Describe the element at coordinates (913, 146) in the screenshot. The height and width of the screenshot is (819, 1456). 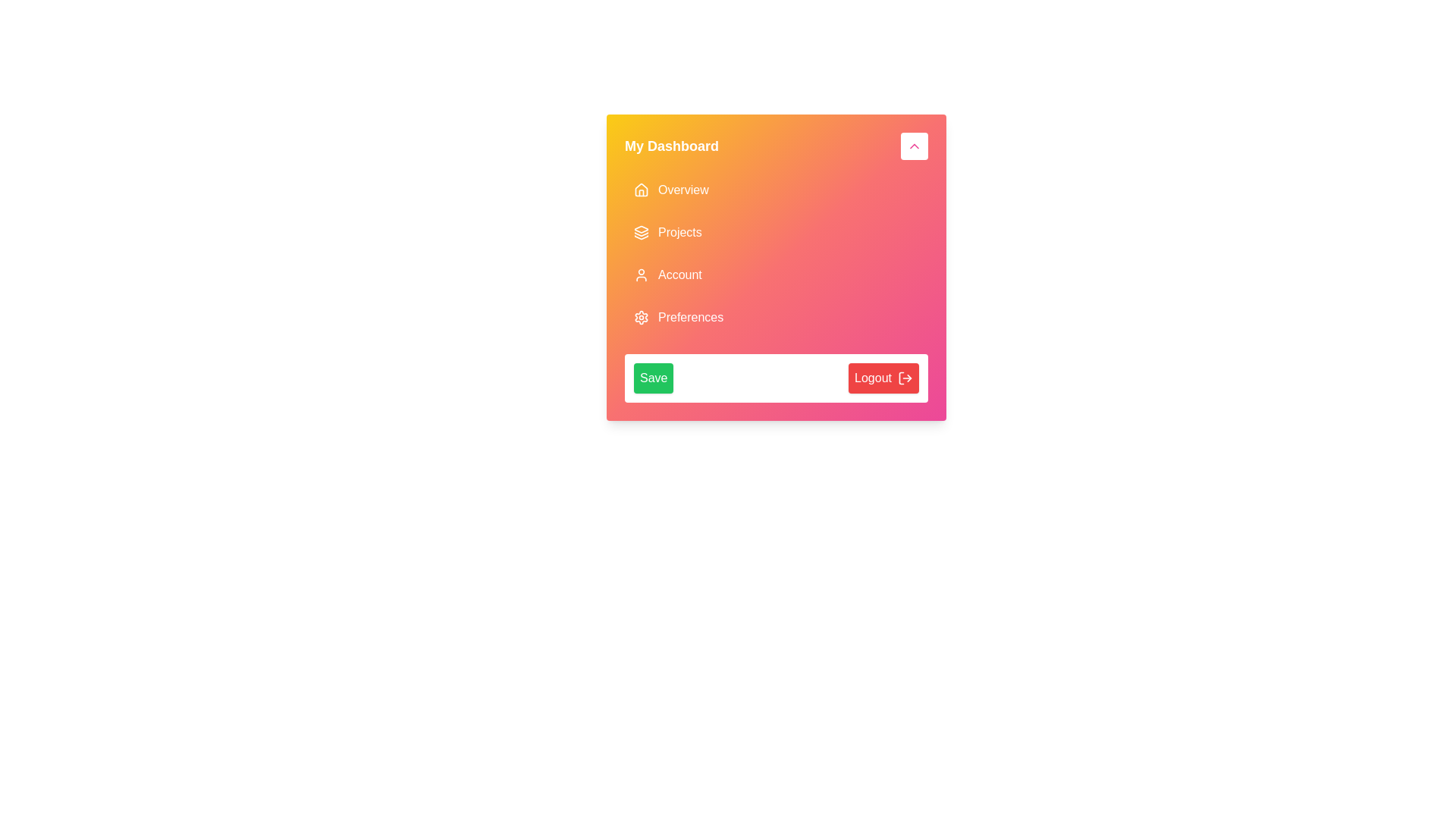
I see `the upward-pointing chevron icon located at the upper right corner of the interface` at that location.